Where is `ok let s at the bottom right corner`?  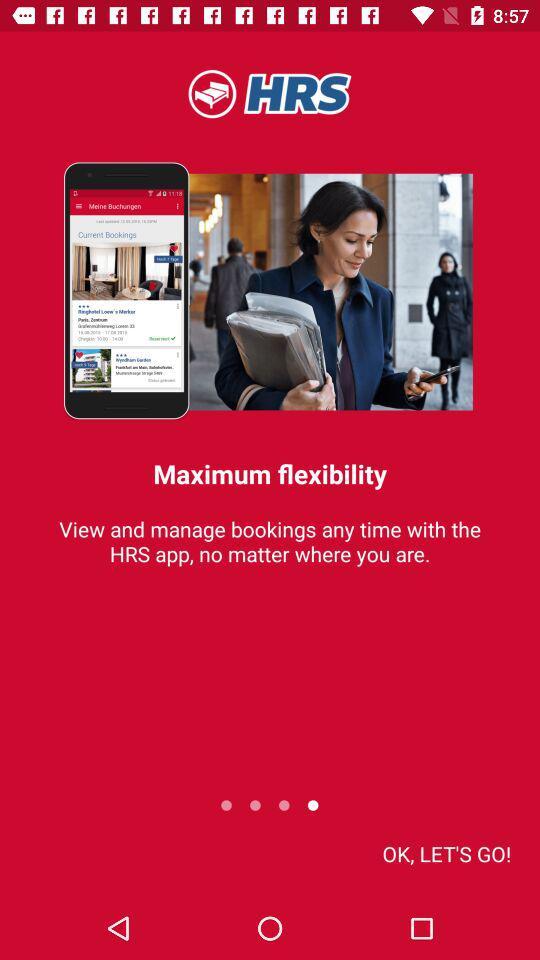 ok let s at the bottom right corner is located at coordinates (446, 852).